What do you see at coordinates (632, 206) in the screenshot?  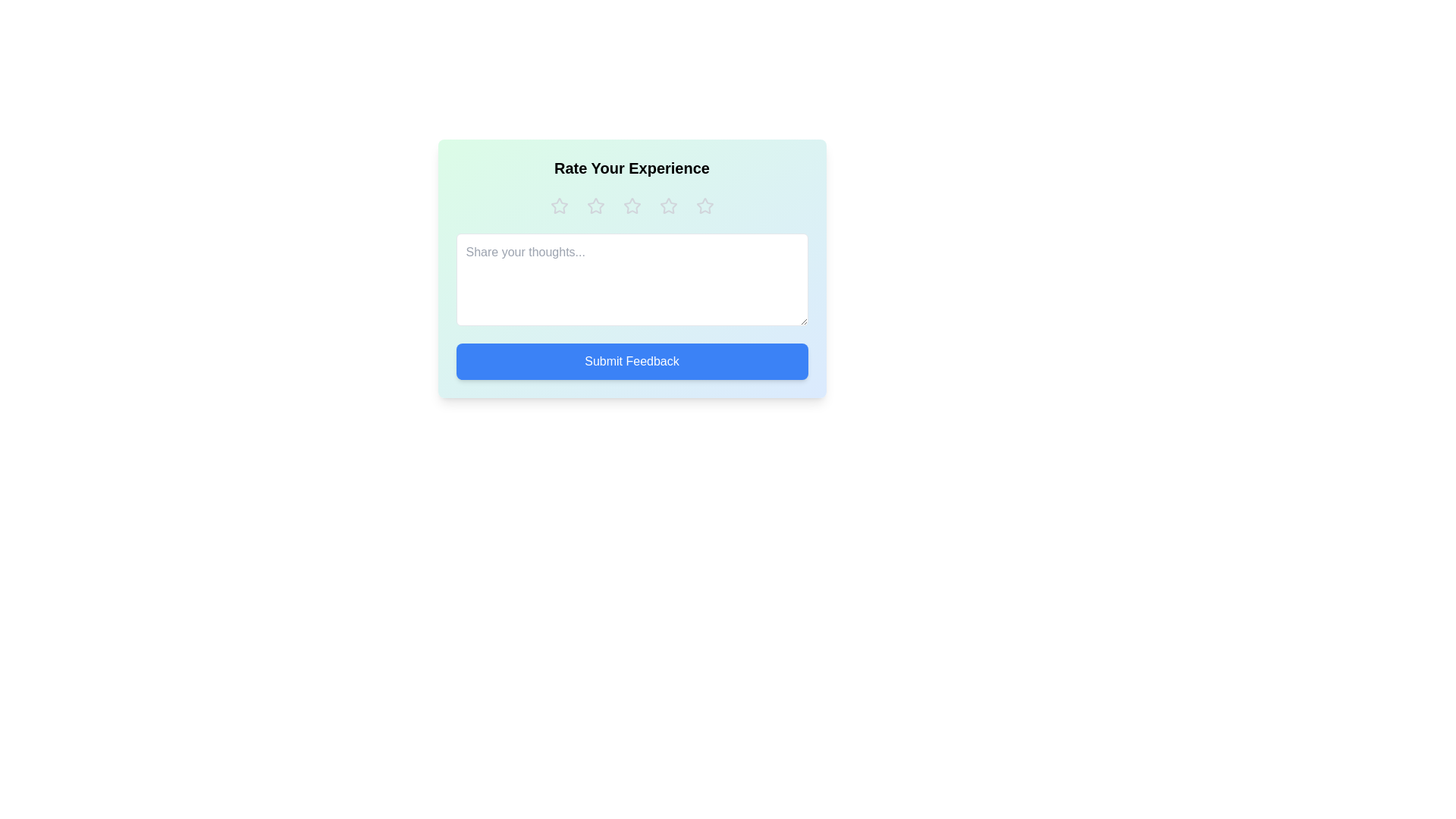 I see `the star corresponding to 3 to preview the rating` at bounding box center [632, 206].